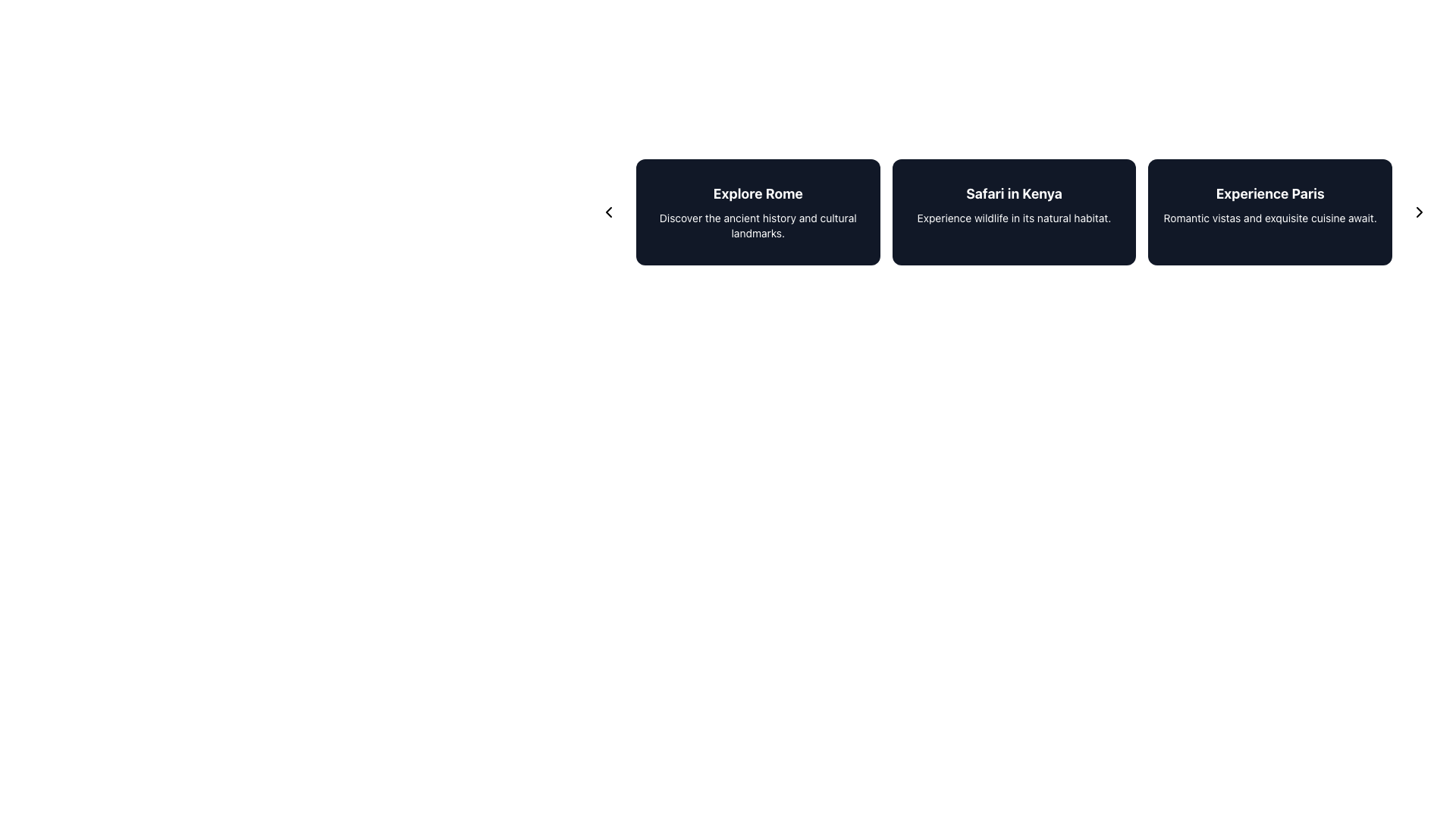  Describe the element at coordinates (758, 225) in the screenshot. I see `text content of the Text Label that contains the phrase 'Discover the ancient history and cultural landmarks.' positioned beneath the title 'Explore Rome.'` at that location.